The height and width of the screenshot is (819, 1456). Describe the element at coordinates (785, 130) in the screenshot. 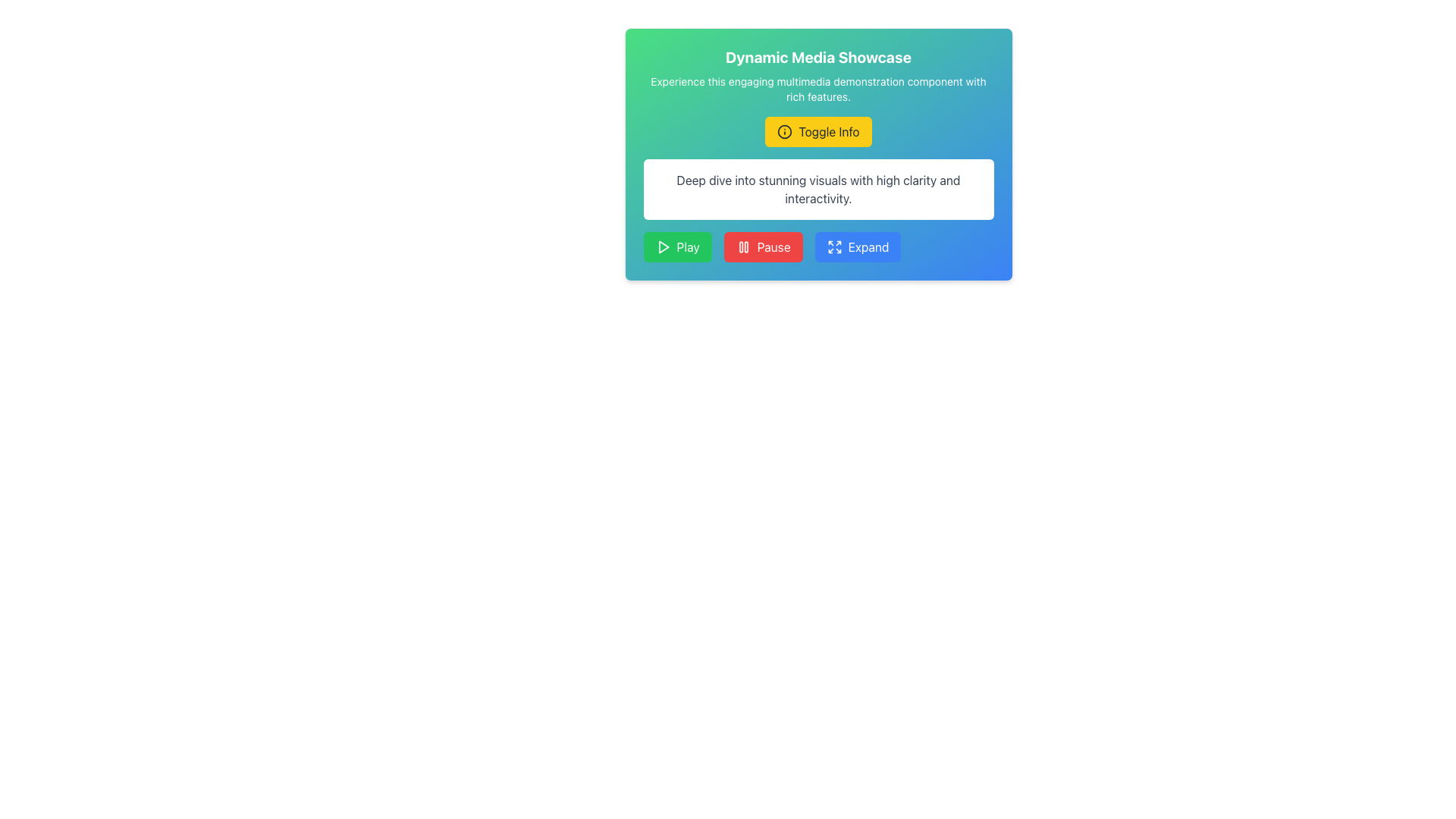

I see `the Decorative SVG component located within the 'Toggle Info' button, near its center` at that location.